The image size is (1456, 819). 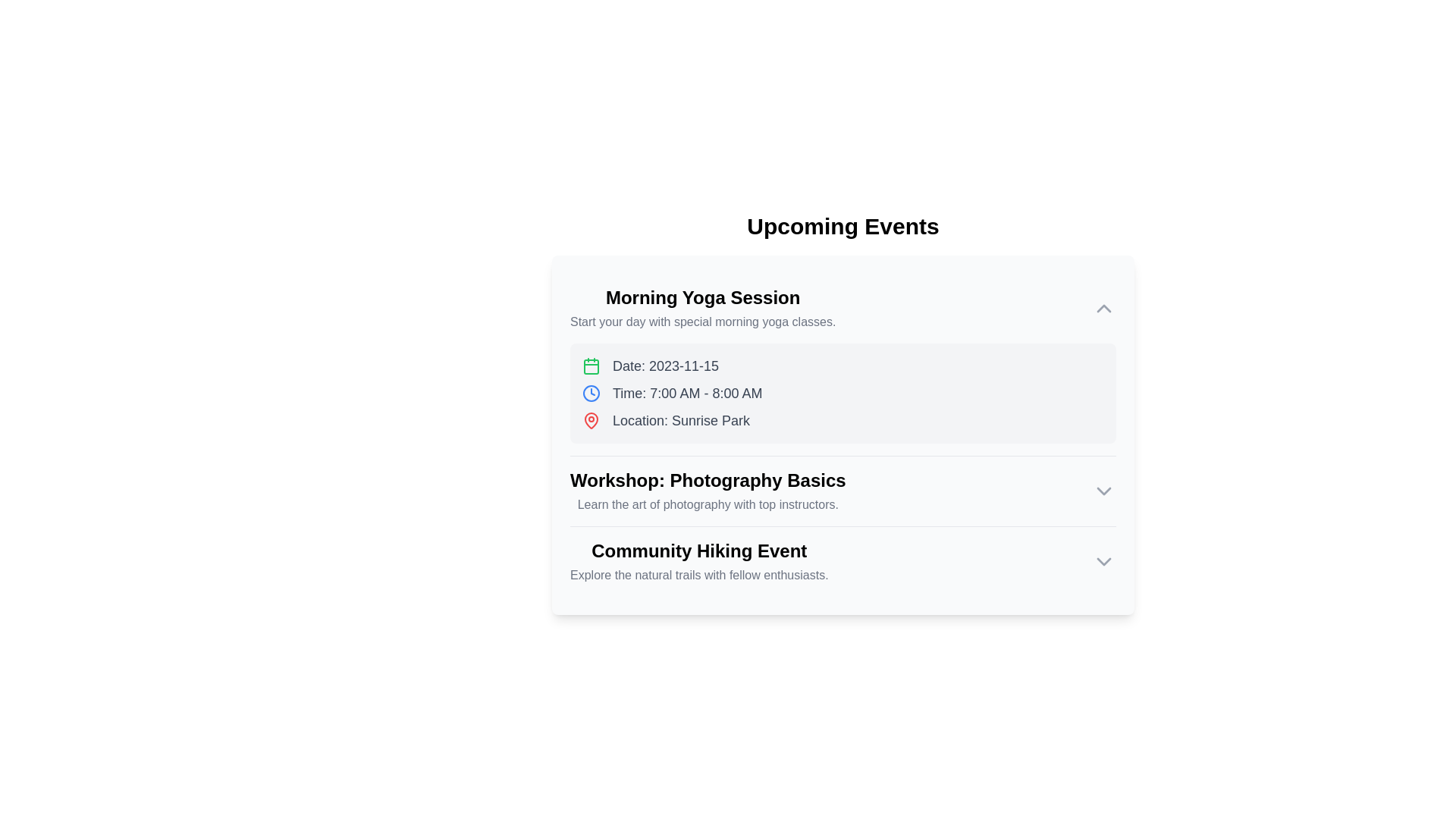 I want to click on the chevron icon located on the right side of the 'Workshop: Photography Basics' section, so click(x=1103, y=491).